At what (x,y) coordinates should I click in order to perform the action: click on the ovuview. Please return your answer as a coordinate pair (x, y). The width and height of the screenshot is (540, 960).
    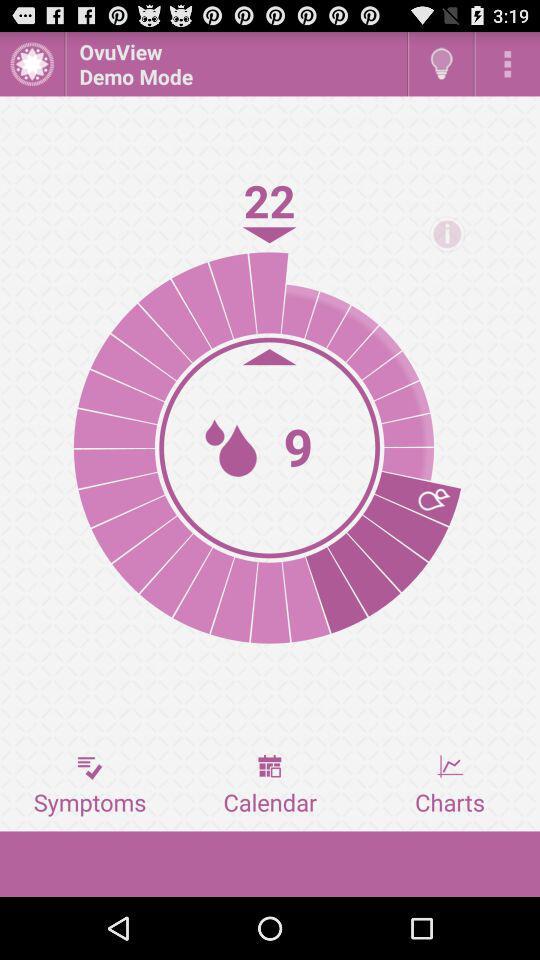
    Looking at the image, I should click on (235, 63).